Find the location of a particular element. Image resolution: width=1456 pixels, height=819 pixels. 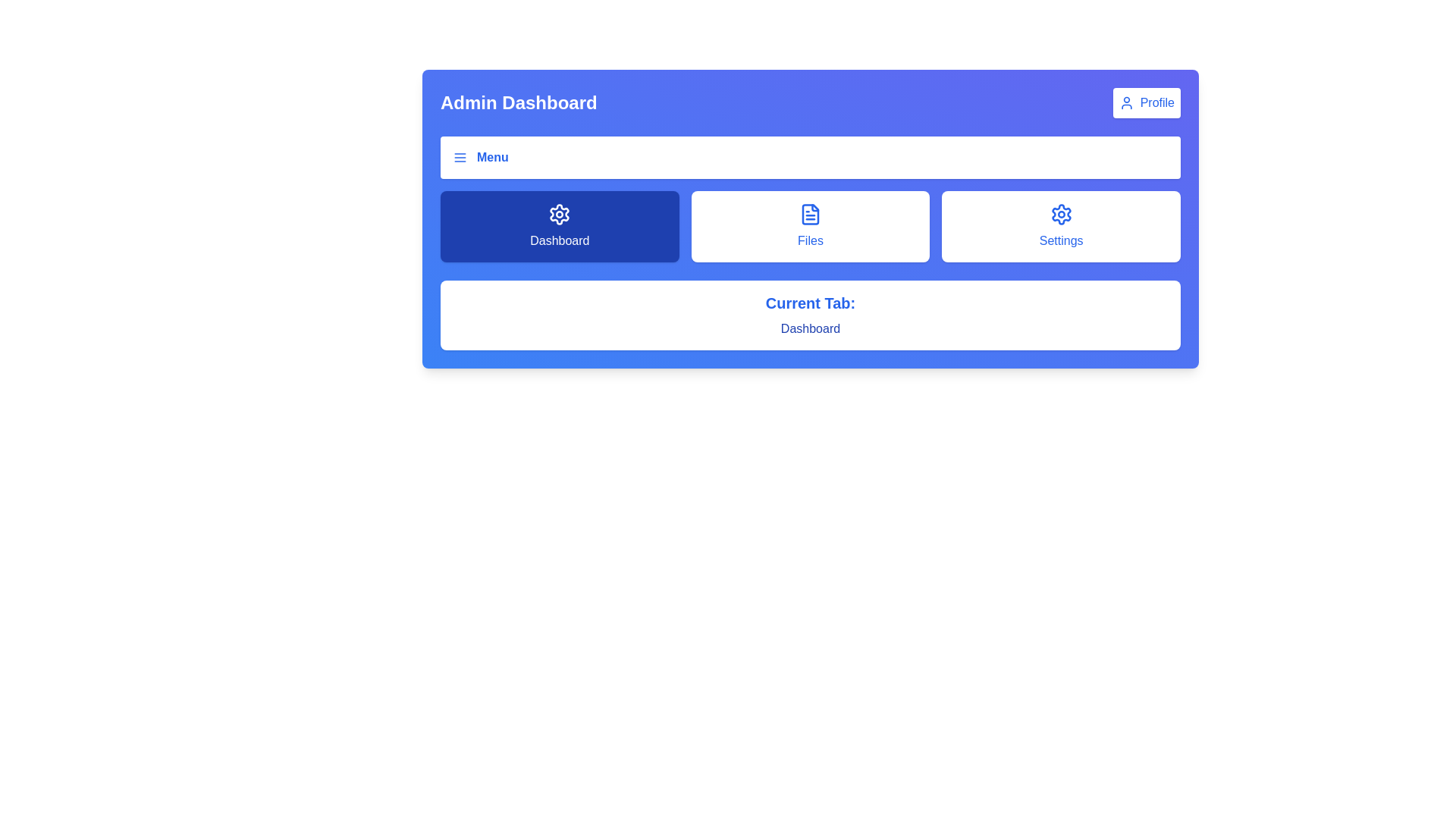

the navigational button located in the top row of three elements to switch to the 'Dashboard' section is located at coordinates (559, 227).